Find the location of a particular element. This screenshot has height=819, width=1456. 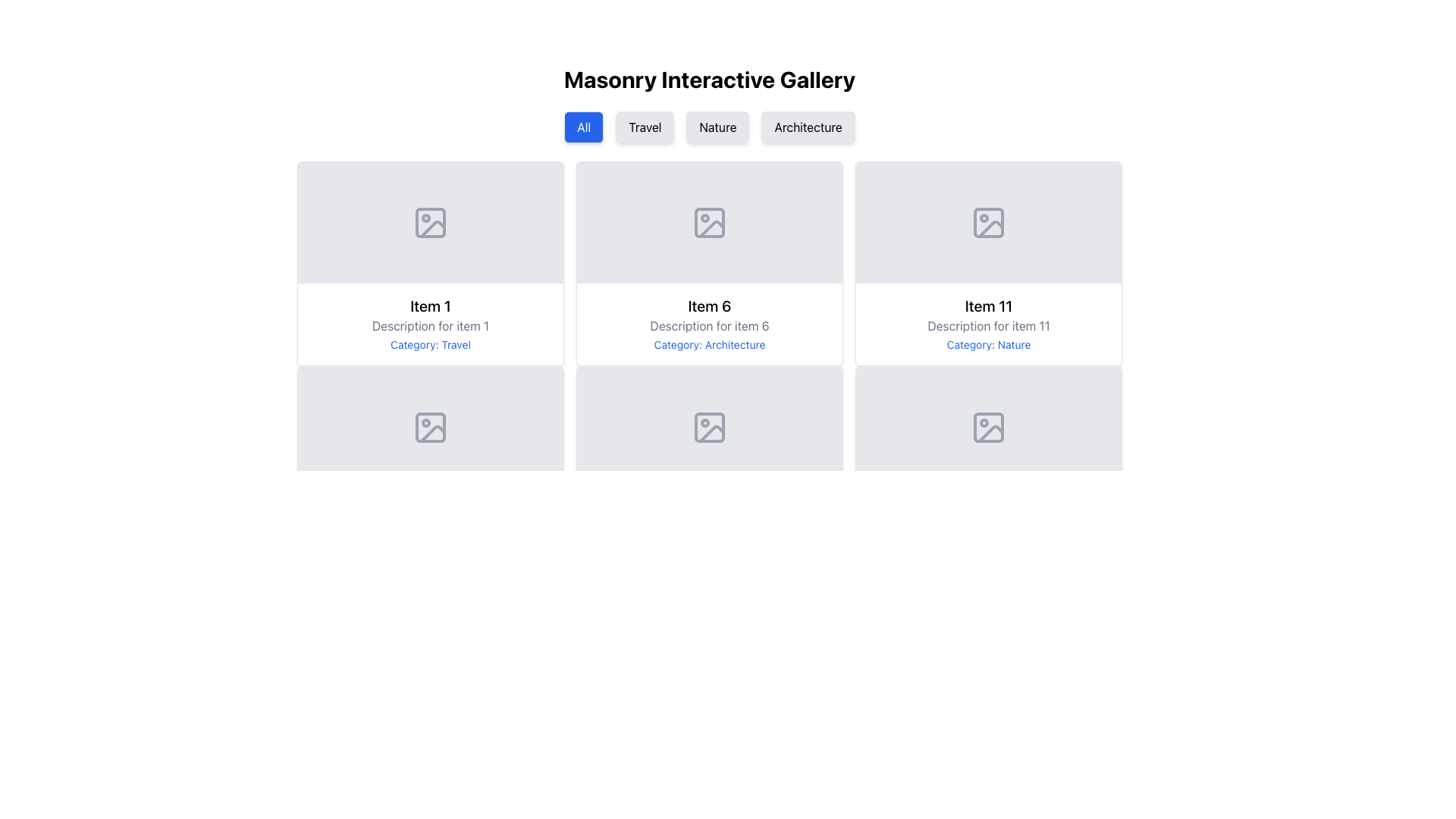

text from the text block that contains the heading 'Item 11', the description 'Description for item 11', and the category label 'Category: Nature' is located at coordinates (989, 324).